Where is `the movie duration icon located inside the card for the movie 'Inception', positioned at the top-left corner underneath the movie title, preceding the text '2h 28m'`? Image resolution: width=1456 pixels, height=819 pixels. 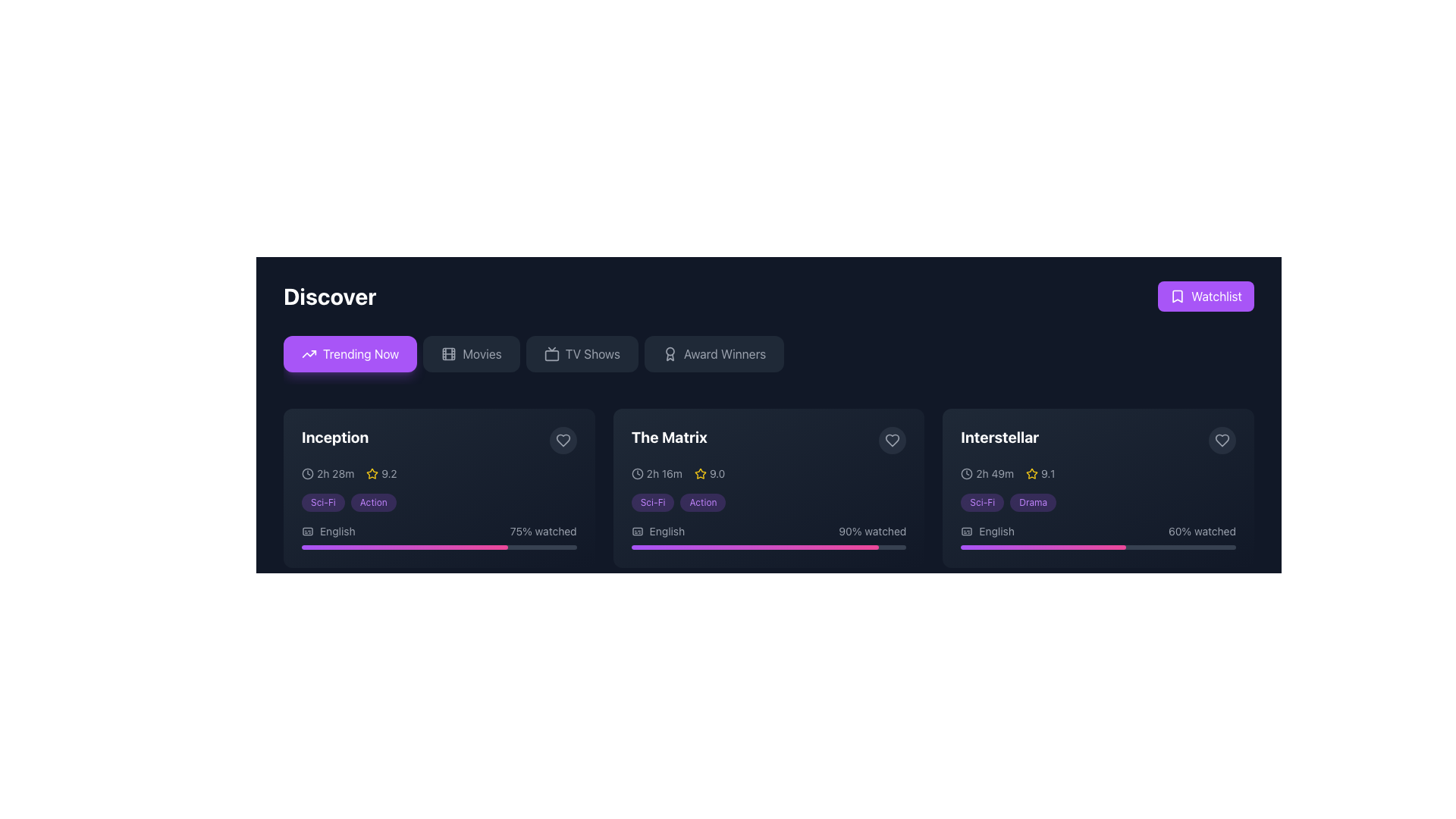
the movie duration icon located inside the card for the movie 'Inception', positioned at the top-left corner underneath the movie title, preceding the text '2h 28m' is located at coordinates (307, 472).